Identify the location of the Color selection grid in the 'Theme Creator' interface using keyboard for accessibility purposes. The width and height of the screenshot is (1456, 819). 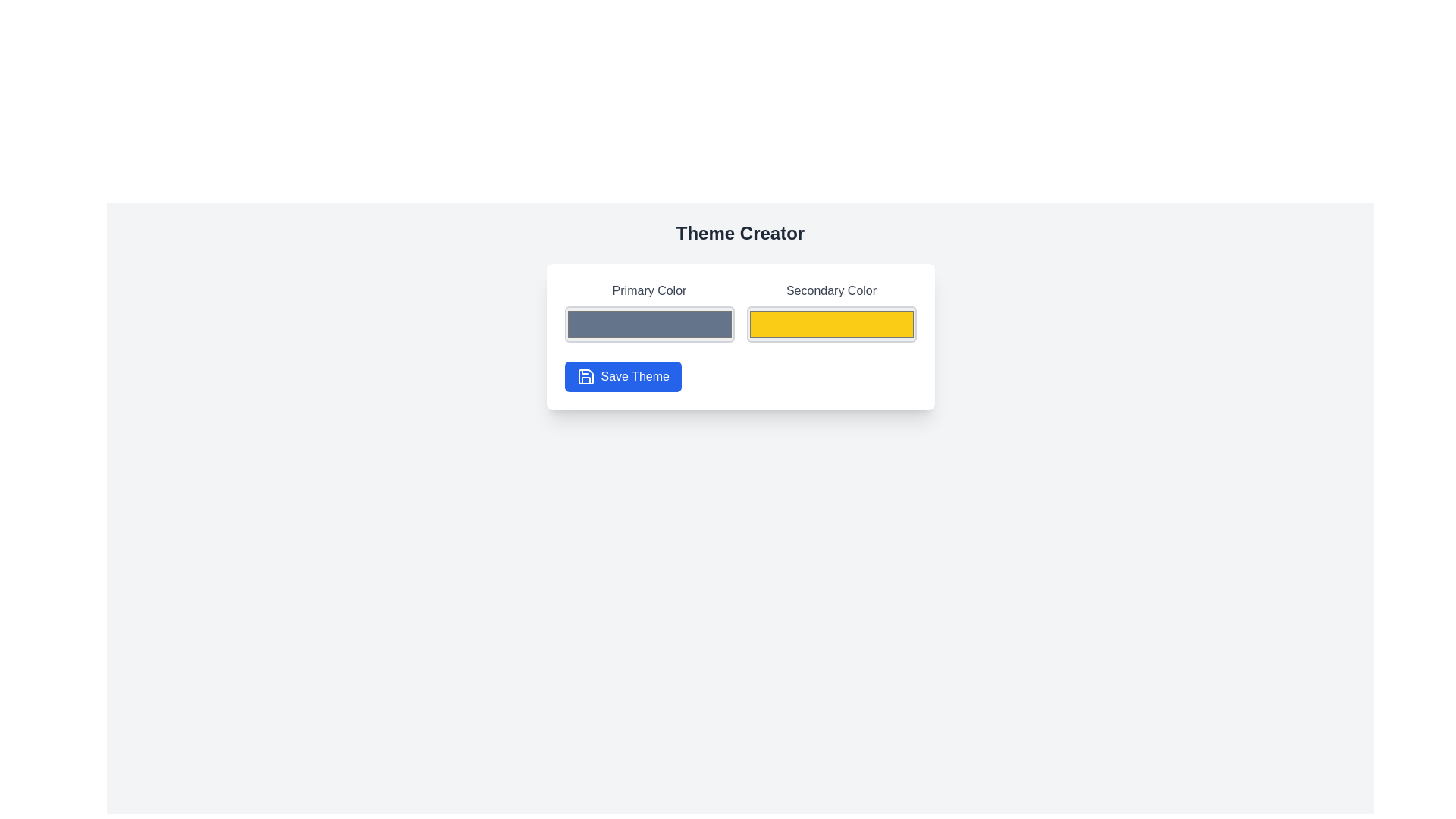
(740, 312).